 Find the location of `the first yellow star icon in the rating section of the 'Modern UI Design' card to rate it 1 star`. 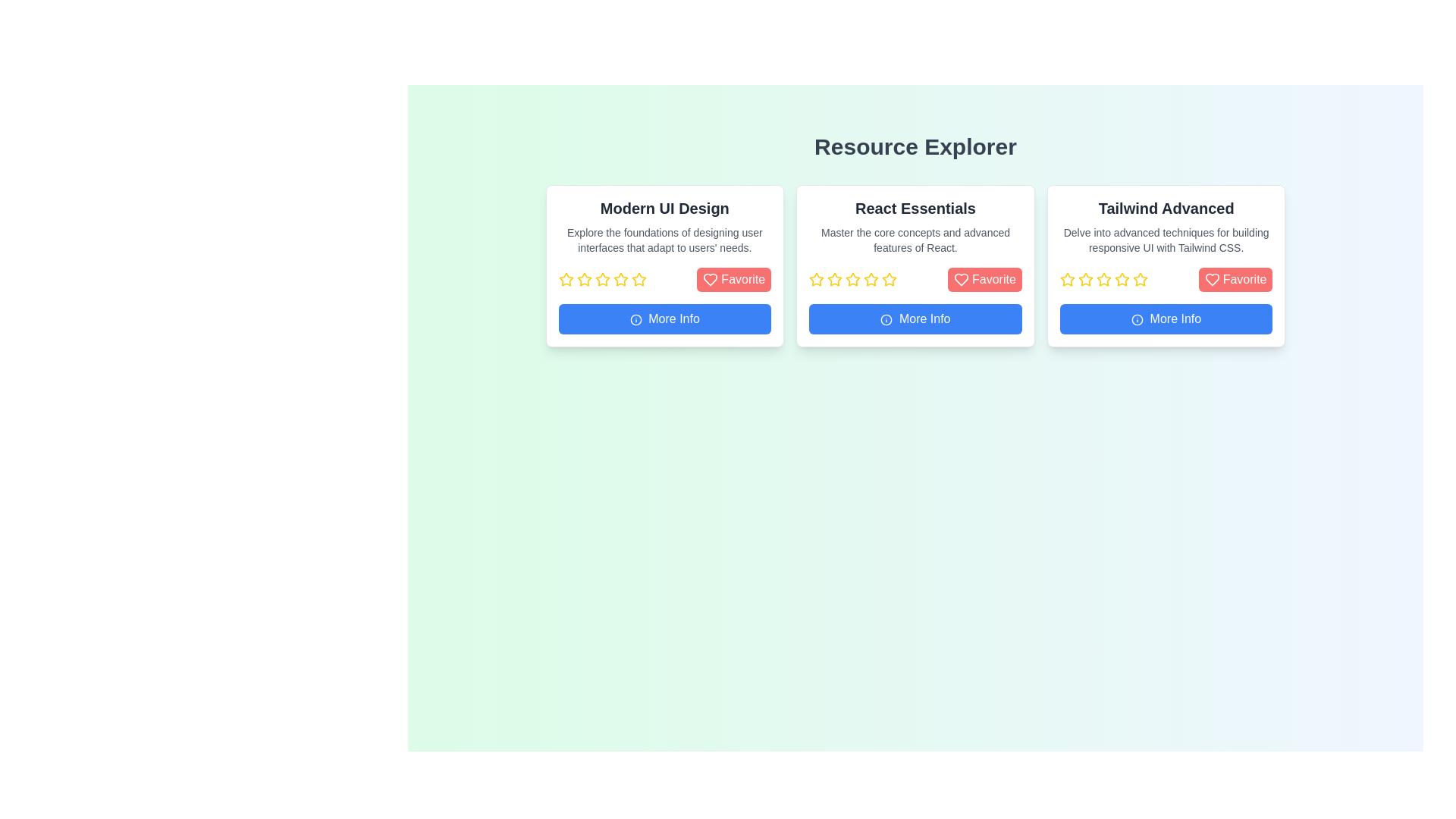

the first yellow star icon in the rating section of the 'Modern UI Design' card to rate it 1 star is located at coordinates (583, 279).